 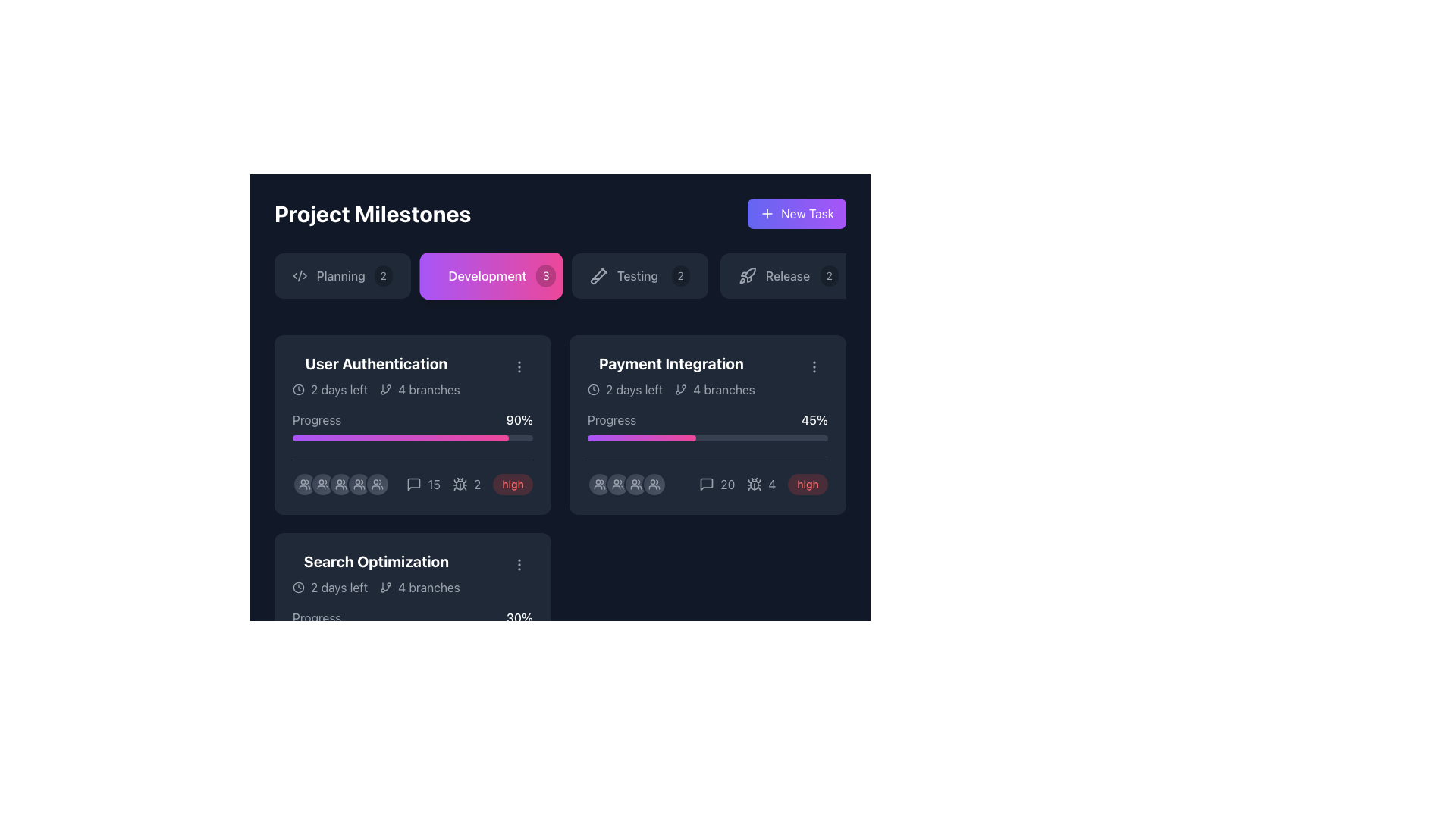 What do you see at coordinates (491, 275) in the screenshot?
I see `the second button representing the 'Development' phase, located between the 'Planning' and 'Testing' buttons` at bounding box center [491, 275].